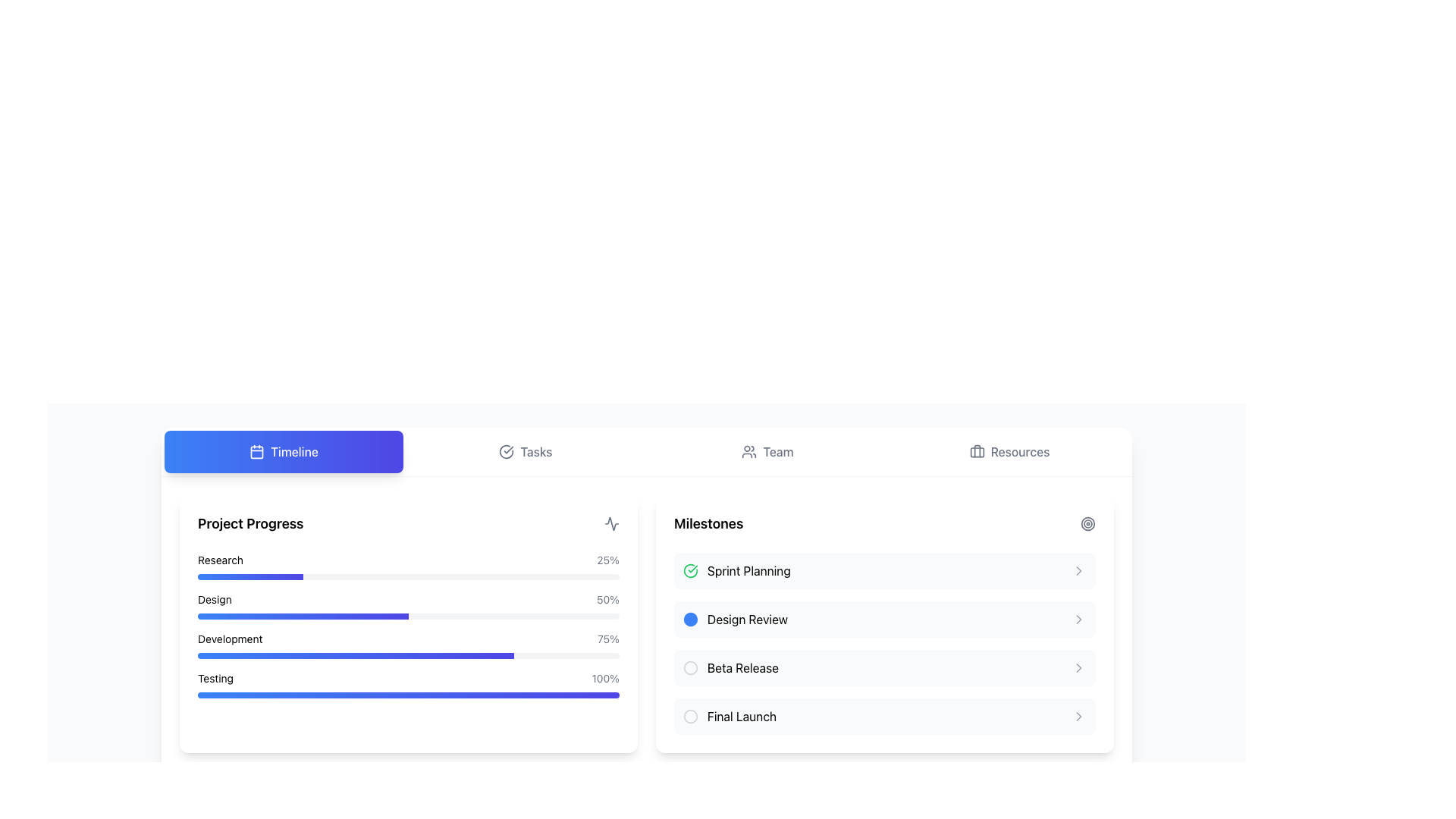 The height and width of the screenshot is (819, 1456). I want to click on the right-pointing chevron icon in the Milestones section, so click(1078, 667).